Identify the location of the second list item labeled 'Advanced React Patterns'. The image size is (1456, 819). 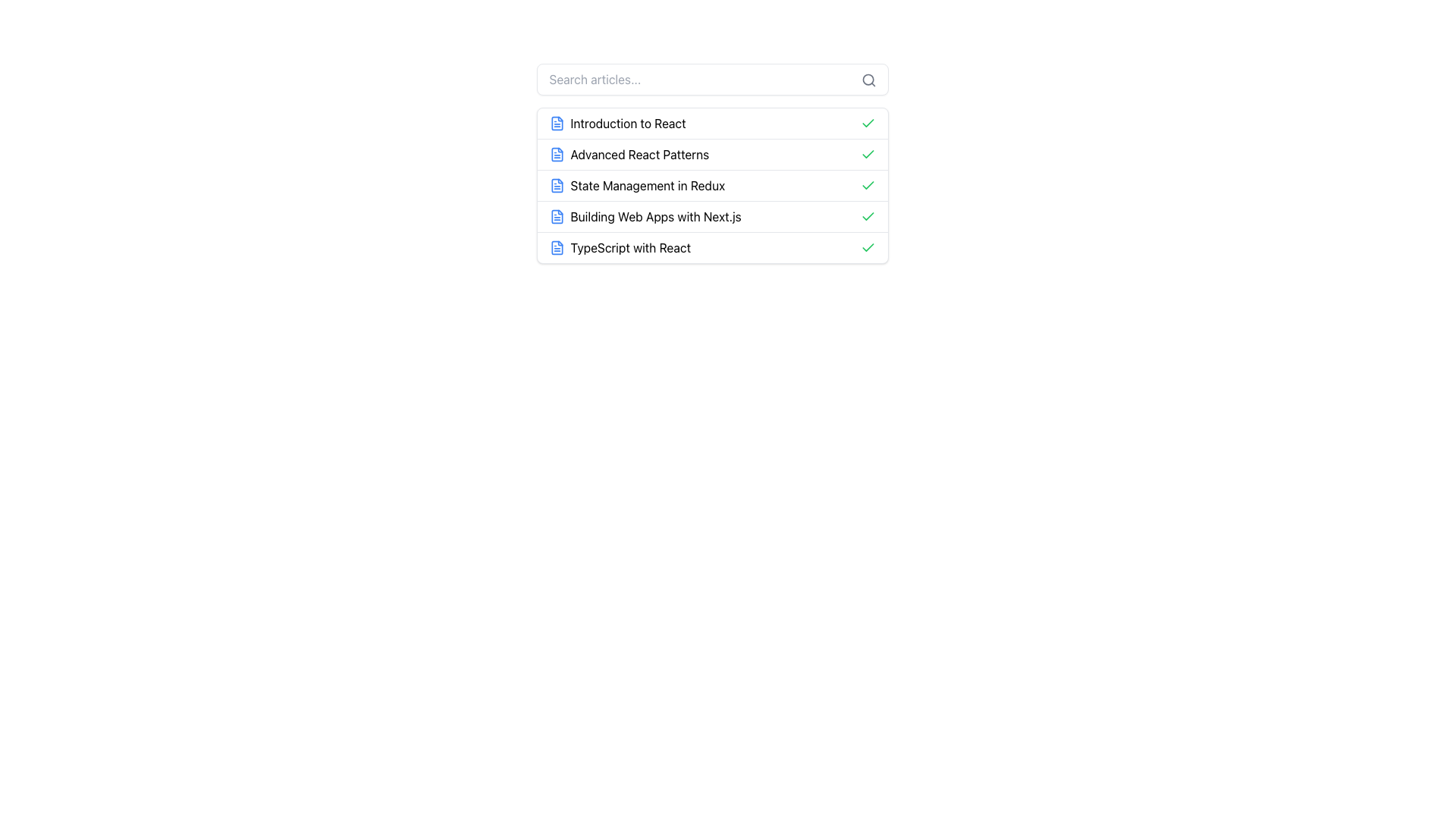
(711, 164).